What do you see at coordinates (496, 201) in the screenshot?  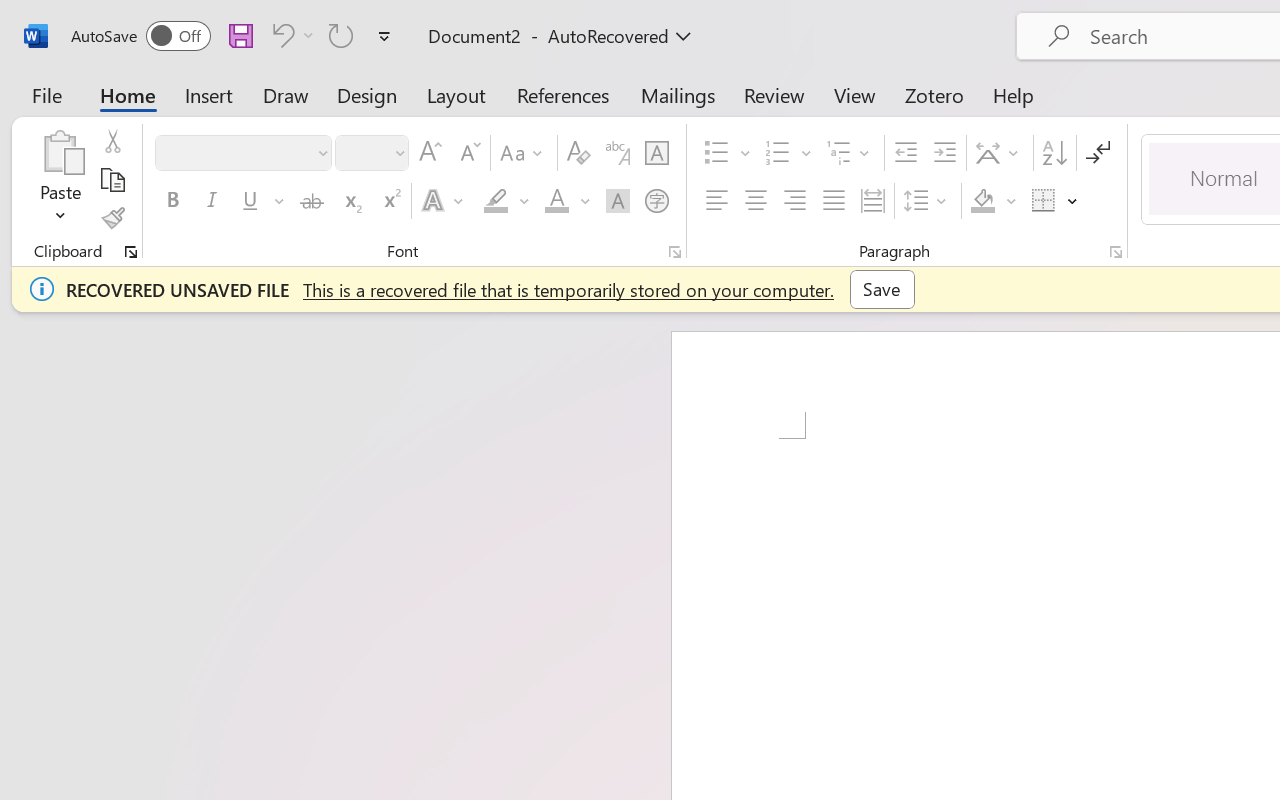 I see `'Text Highlight Color Yellow'` at bounding box center [496, 201].